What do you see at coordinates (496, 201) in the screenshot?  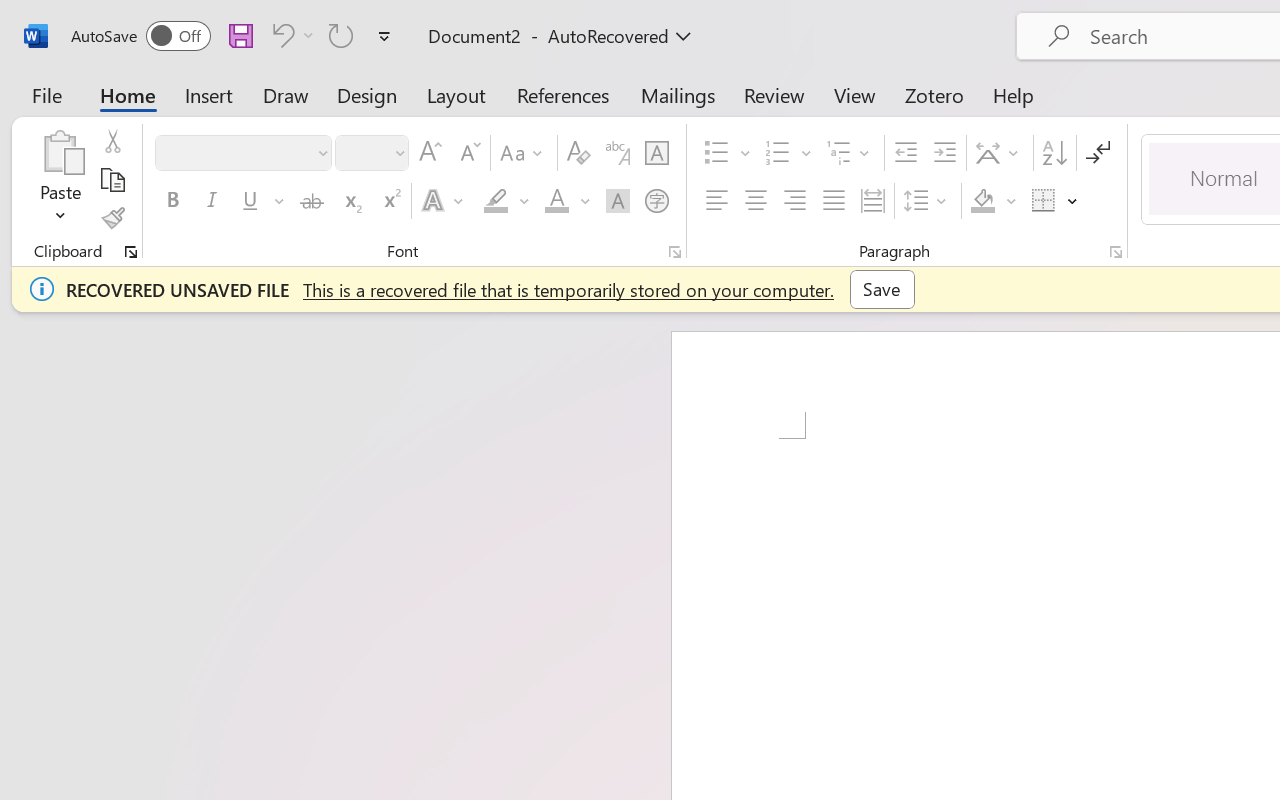 I see `'Text Highlight Color Yellow'` at bounding box center [496, 201].